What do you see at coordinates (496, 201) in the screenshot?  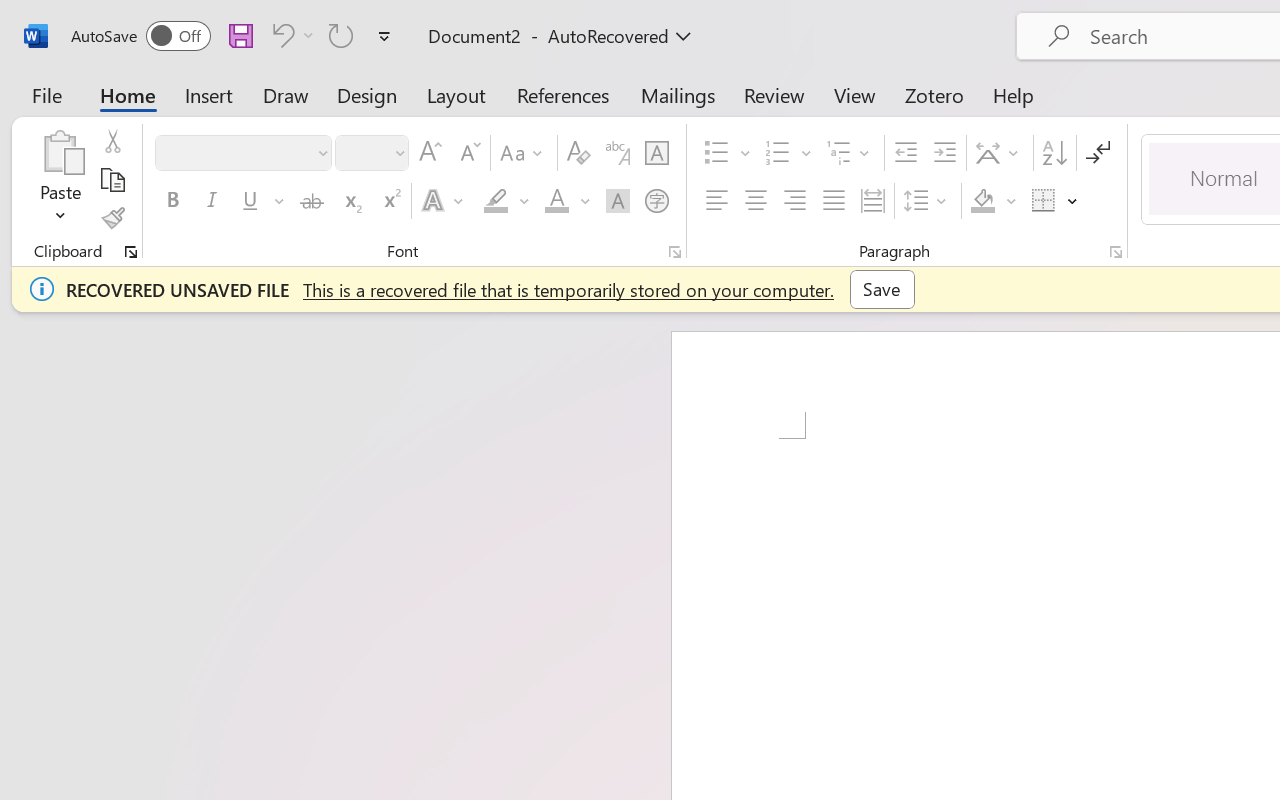 I see `'Text Highlight Color Yellow'` at bounding box center [496, 201].